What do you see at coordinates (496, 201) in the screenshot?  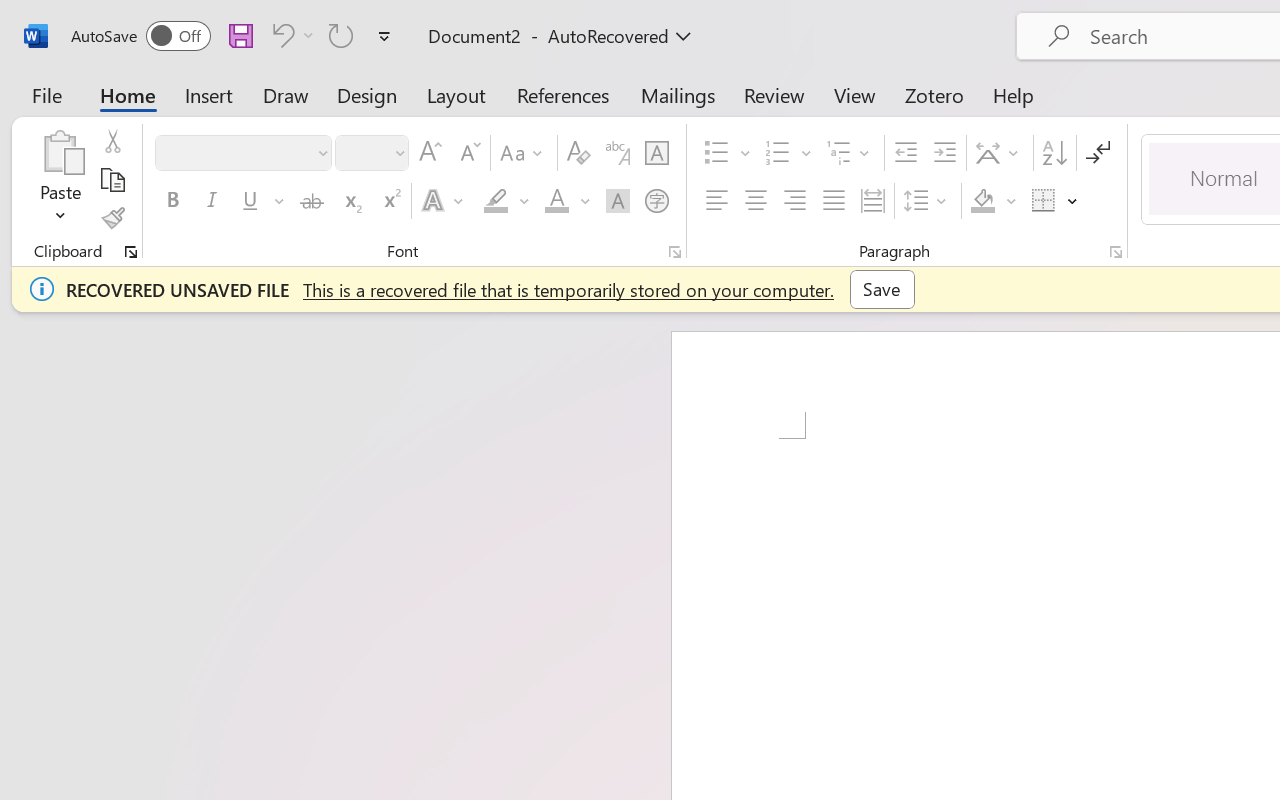 I see `'Text Highlight Color Yellow'` at bounding box center [496, 201].